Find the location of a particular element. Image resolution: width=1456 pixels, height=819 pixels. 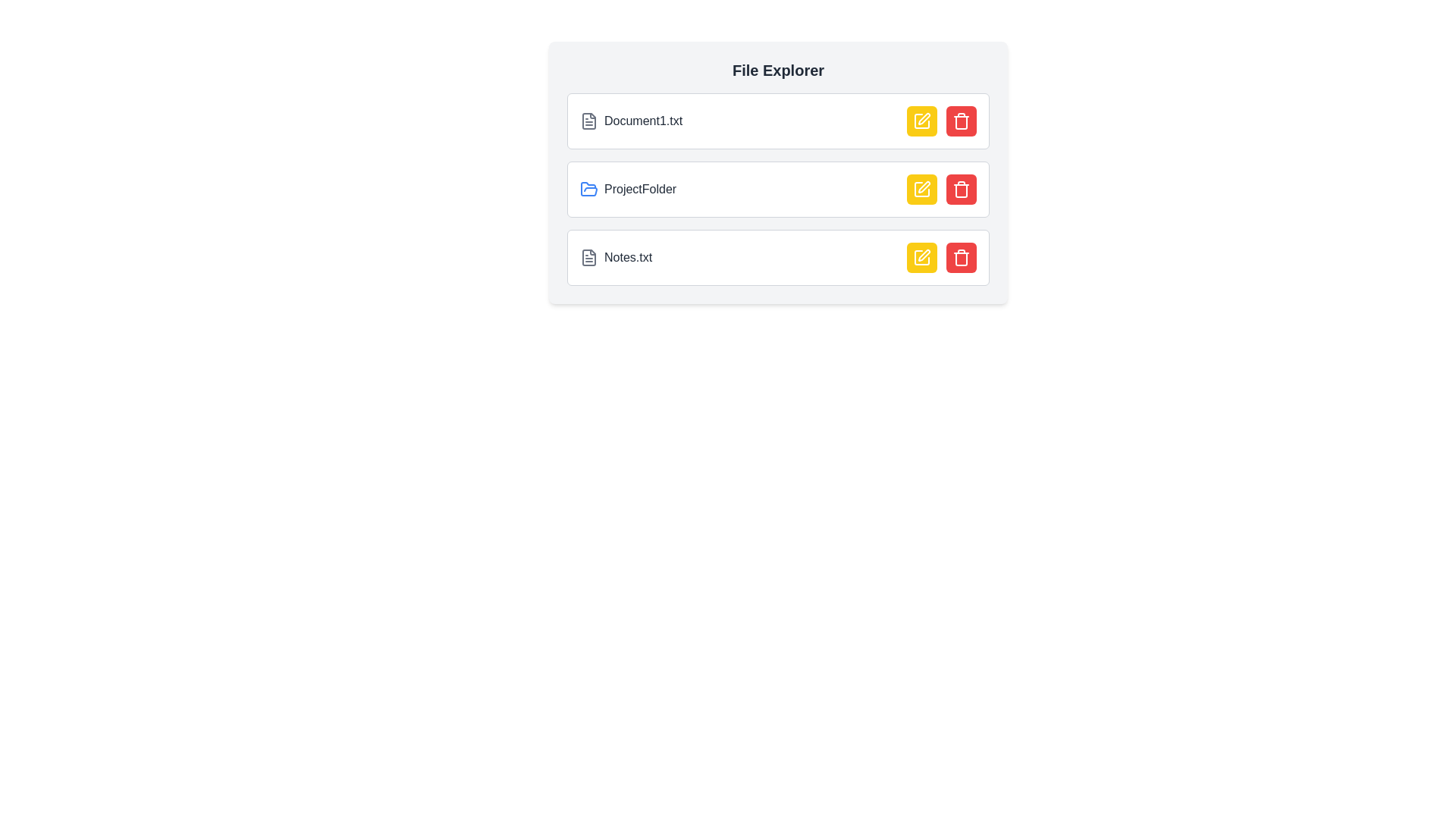

the trash can icon's structural curve element to observe tooltips or visual feedback is located at coordinates (960, 259).